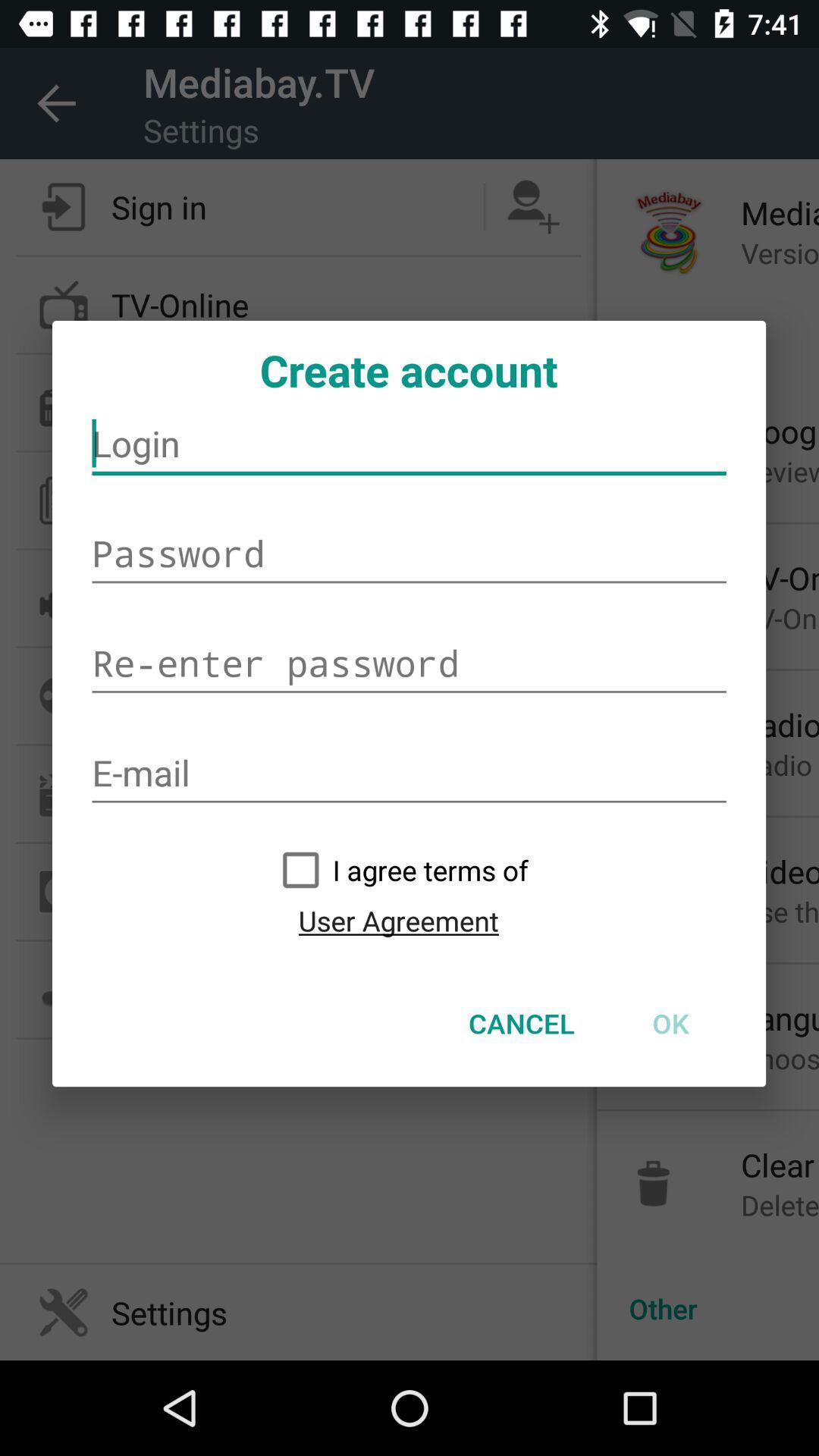  I want to click on ok, so click(670, 1023).